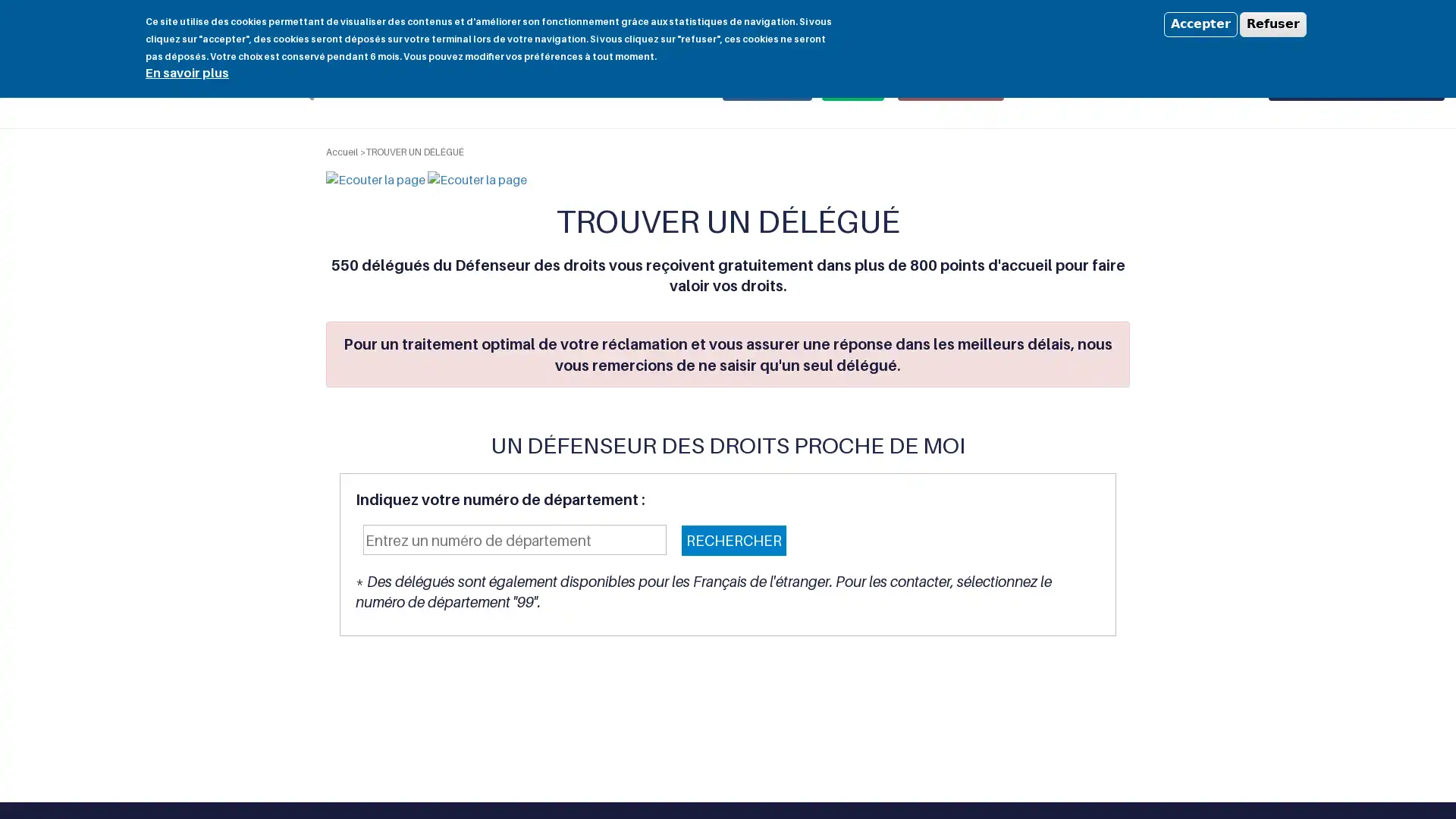  What do you see at coordinates (734, 539) in the screenshot?
I see `RECHERCHER` at bounding box center [734, 539].